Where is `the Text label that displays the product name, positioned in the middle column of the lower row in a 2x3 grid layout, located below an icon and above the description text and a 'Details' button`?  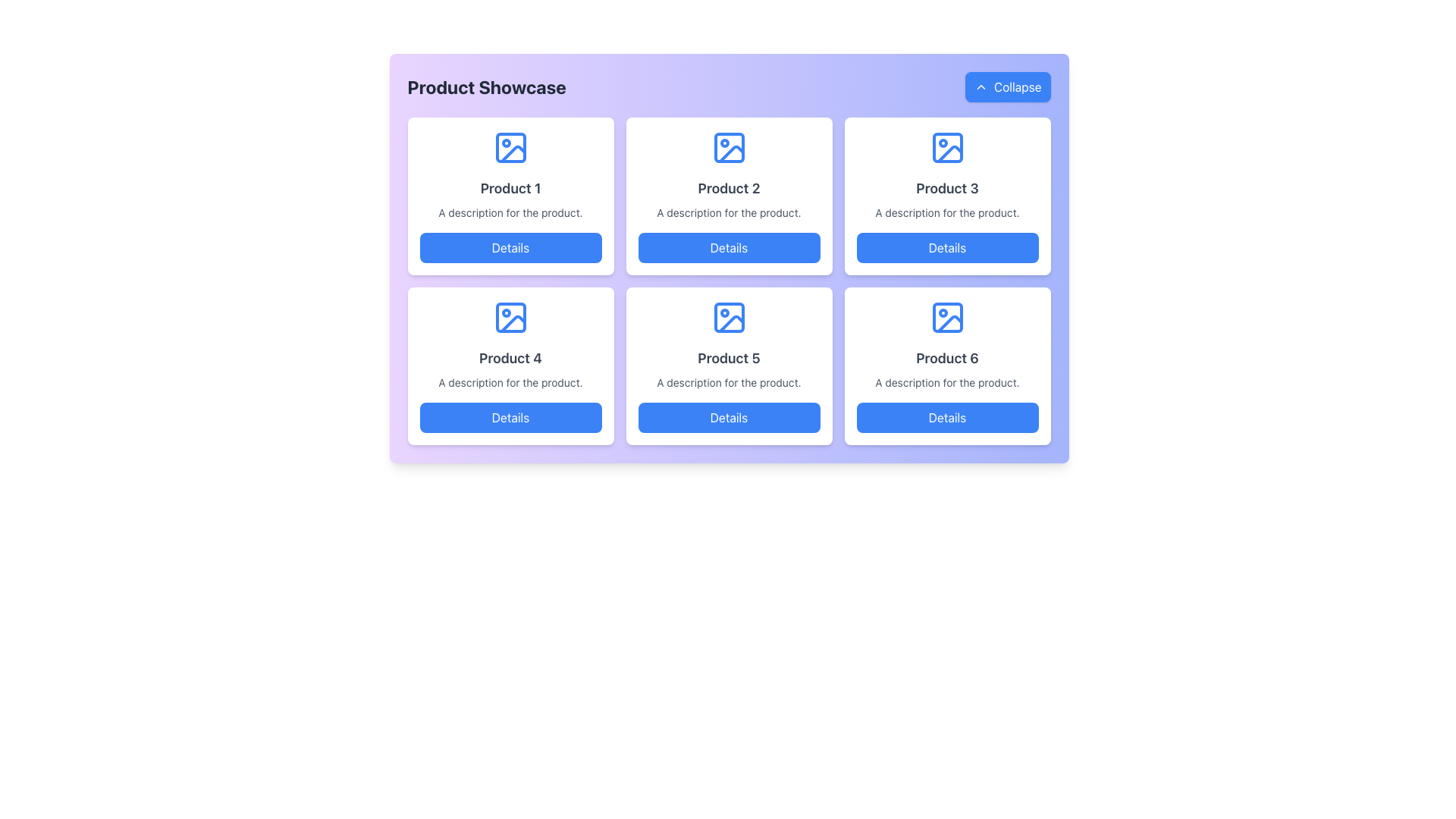 the Text label that displays the product name, positioned in the middle column of the lower row in a 2x3 grid layout, located below an icon and above the description text and a 'Details' button is located at coordinates (729, 359).